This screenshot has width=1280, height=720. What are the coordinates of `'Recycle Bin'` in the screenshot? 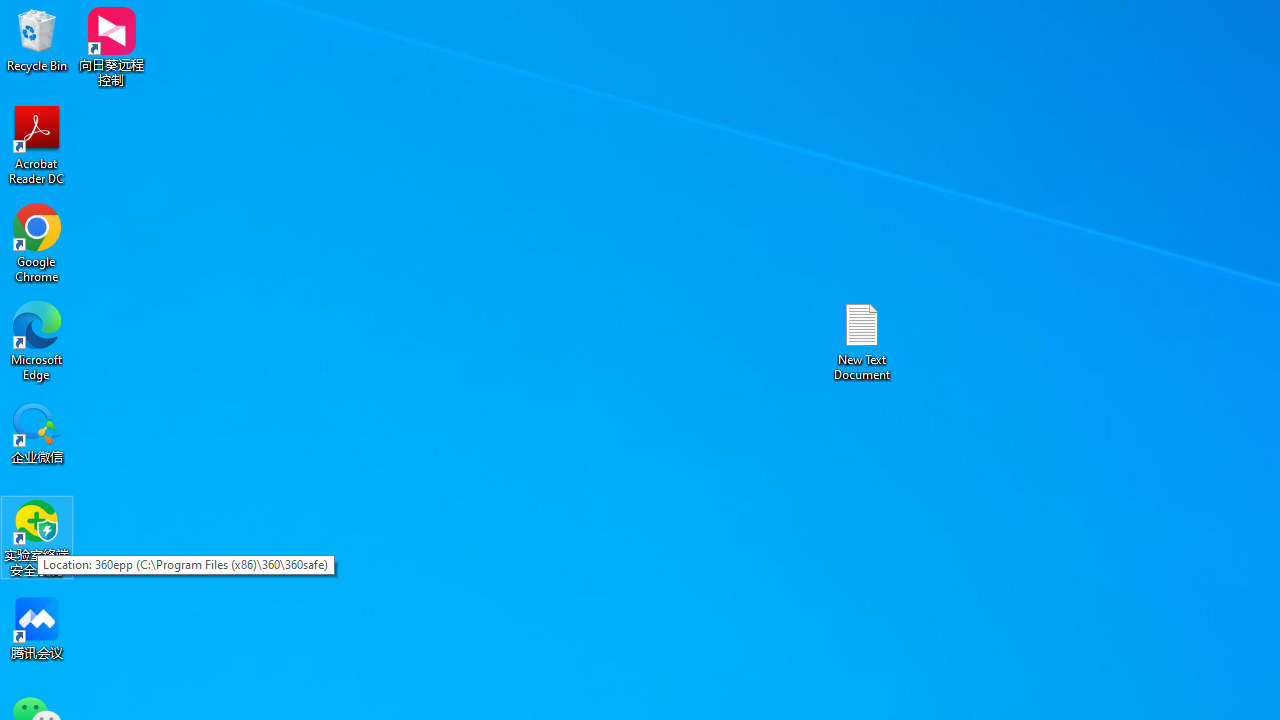 It's located at (37, 39).